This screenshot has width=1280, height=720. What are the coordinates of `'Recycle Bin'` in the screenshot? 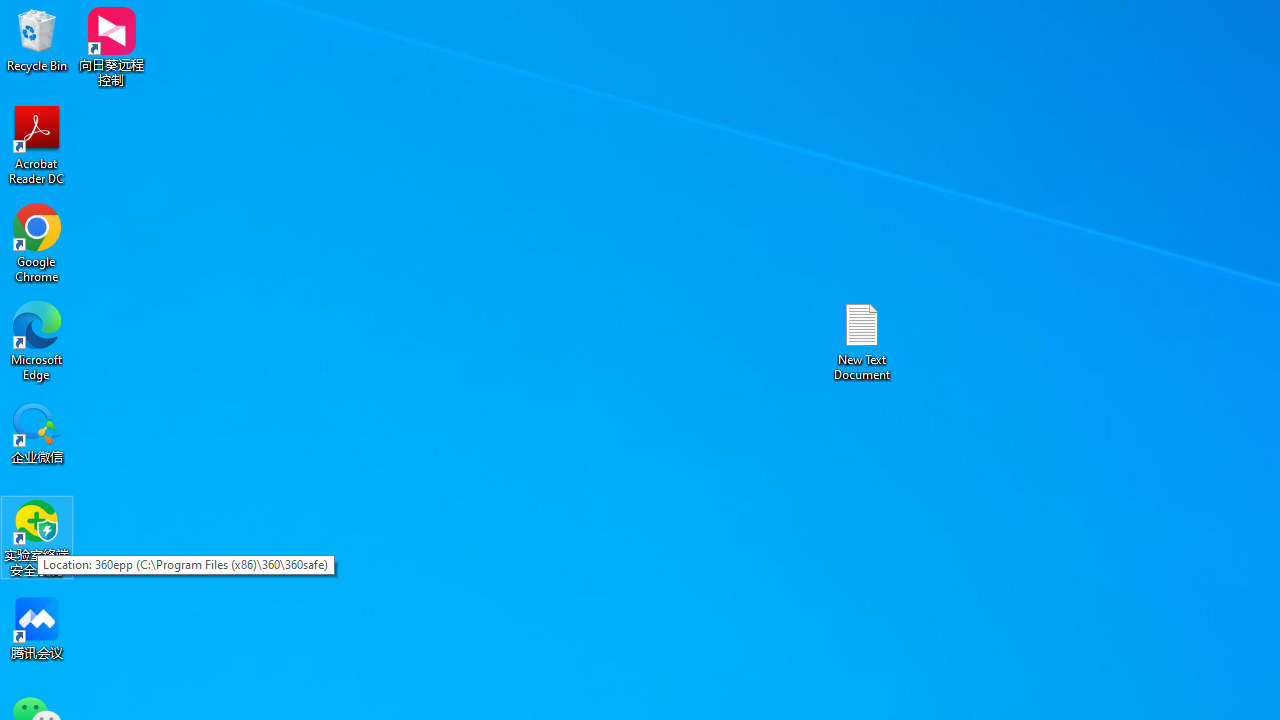 It's located at (37, 39).